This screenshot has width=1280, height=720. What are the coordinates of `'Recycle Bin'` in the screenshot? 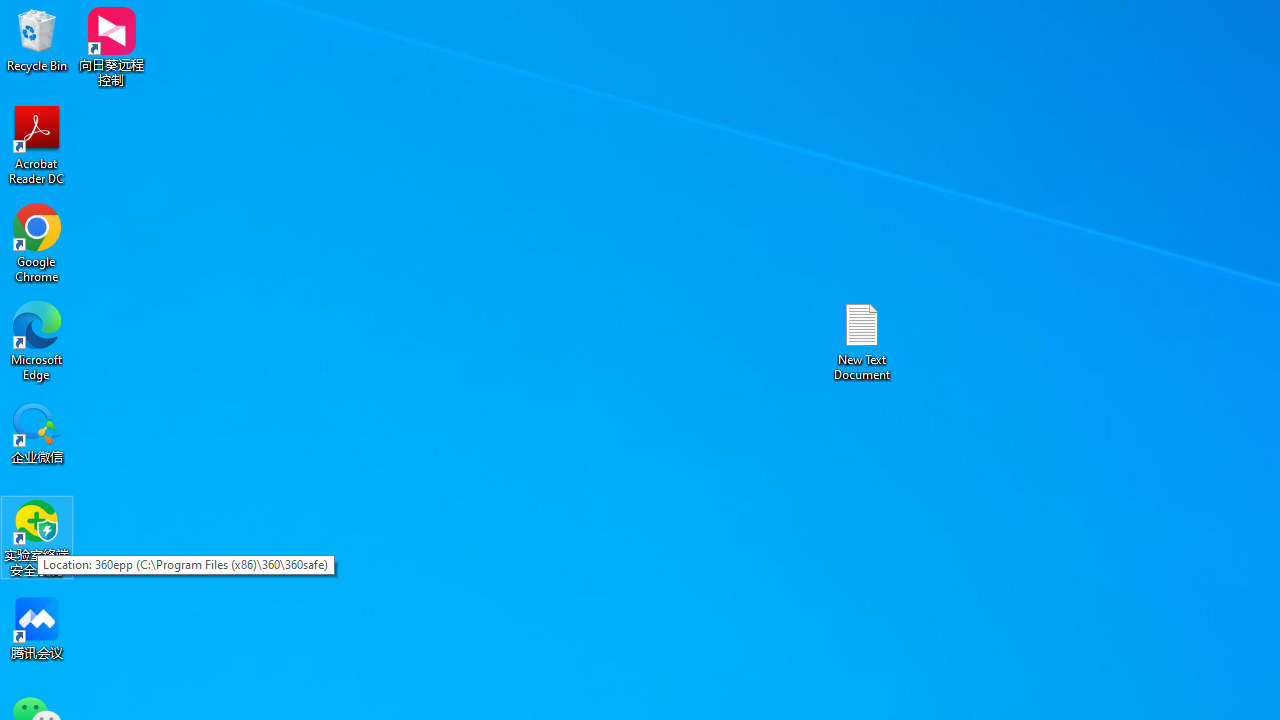 It's located at (37, 39).